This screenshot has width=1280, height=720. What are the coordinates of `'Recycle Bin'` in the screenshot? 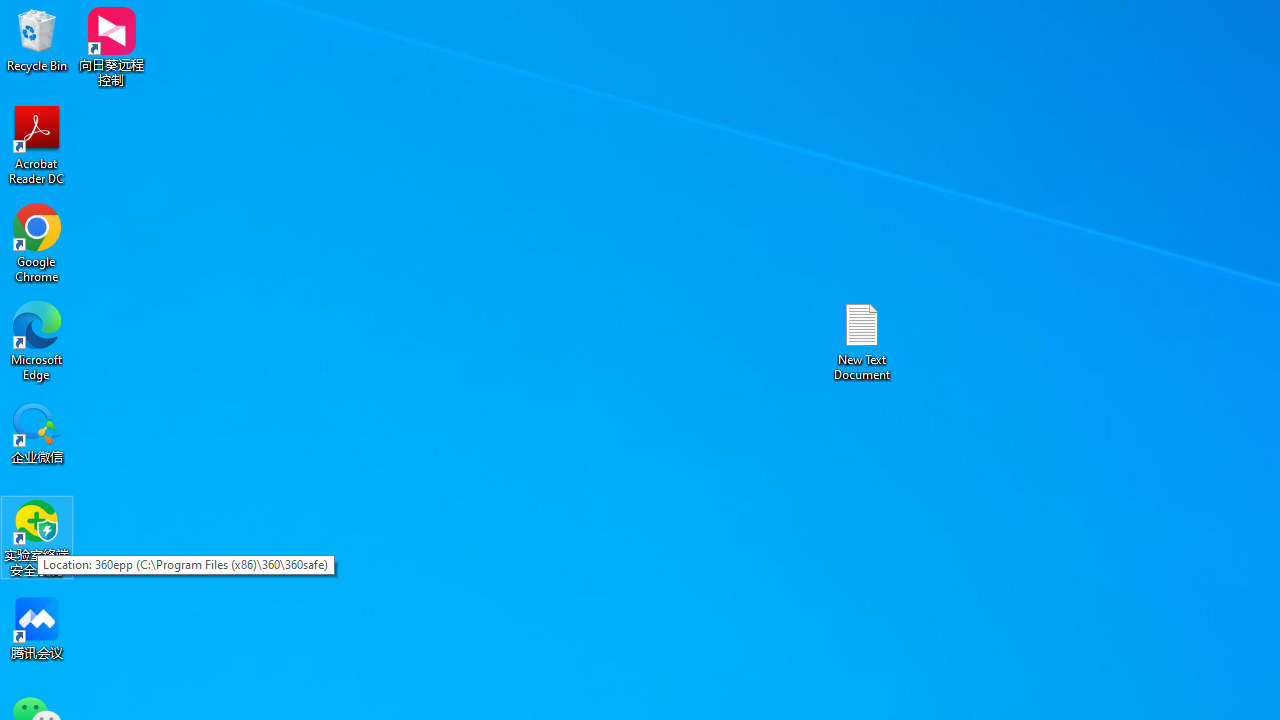 It's located at (37, 39).